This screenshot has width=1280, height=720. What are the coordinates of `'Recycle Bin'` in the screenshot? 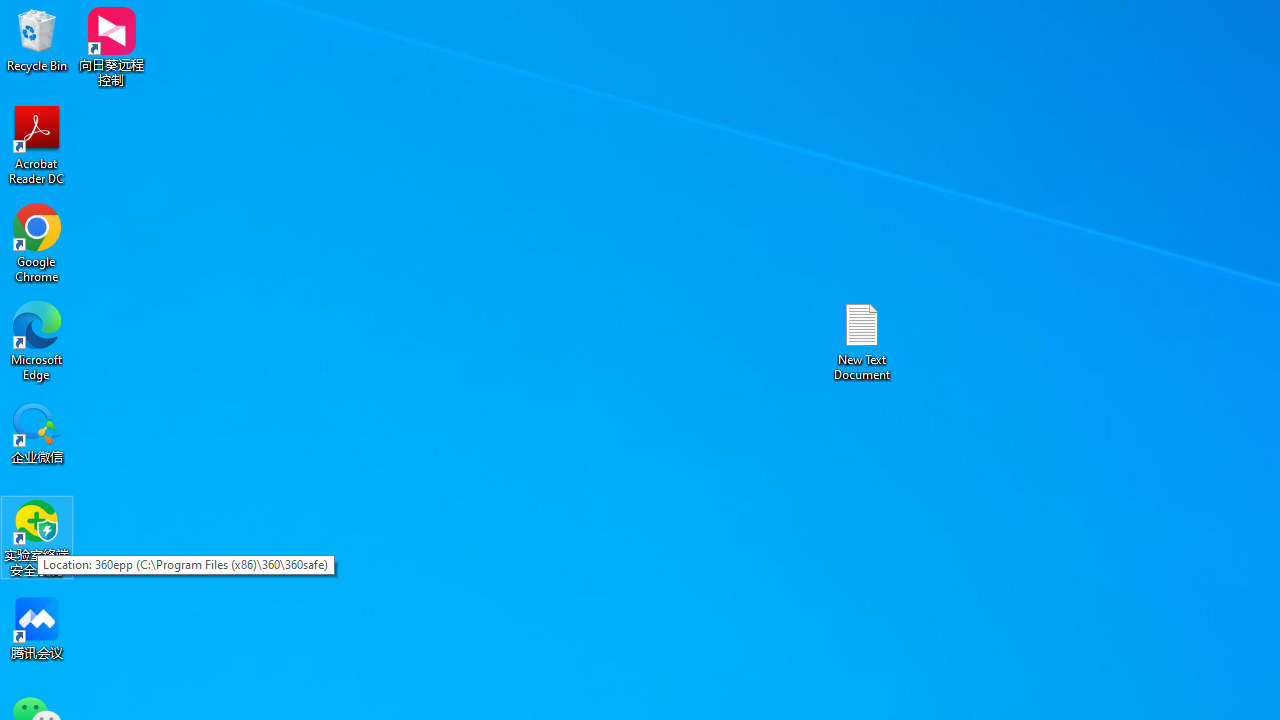 It's located at (37, 39).